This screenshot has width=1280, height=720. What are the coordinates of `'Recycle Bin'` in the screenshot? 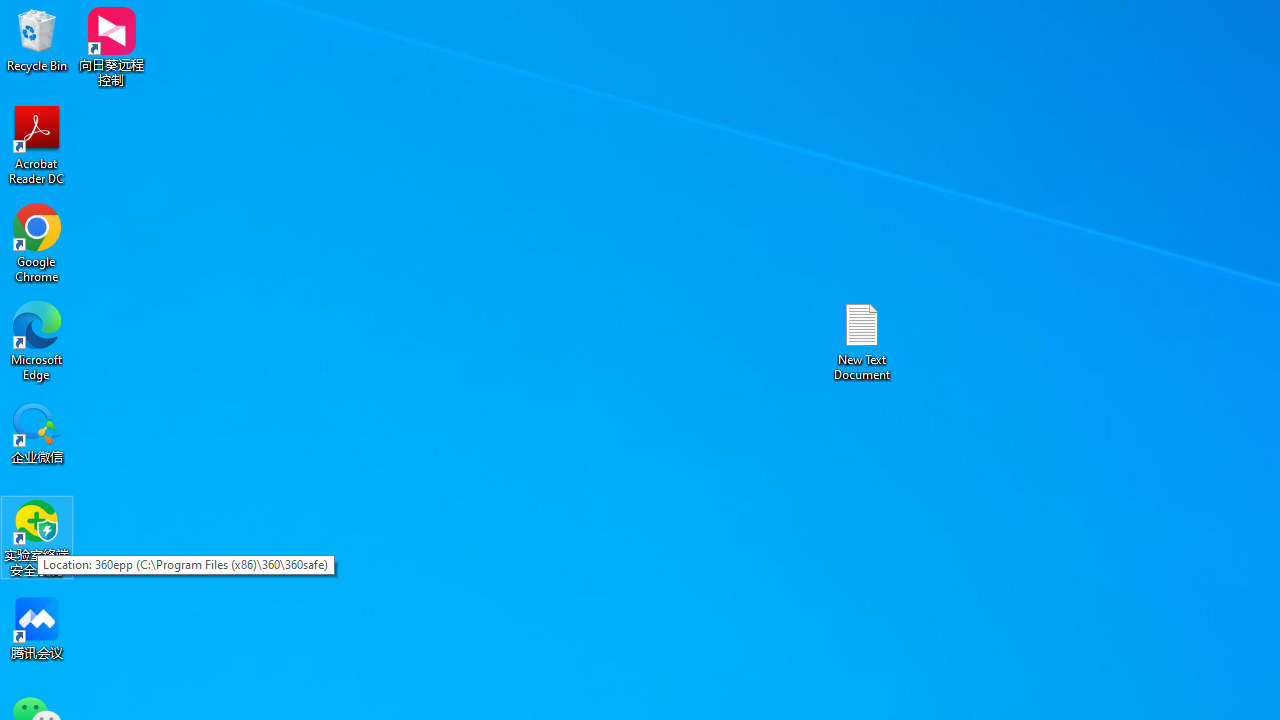 It's located at (37, 39).